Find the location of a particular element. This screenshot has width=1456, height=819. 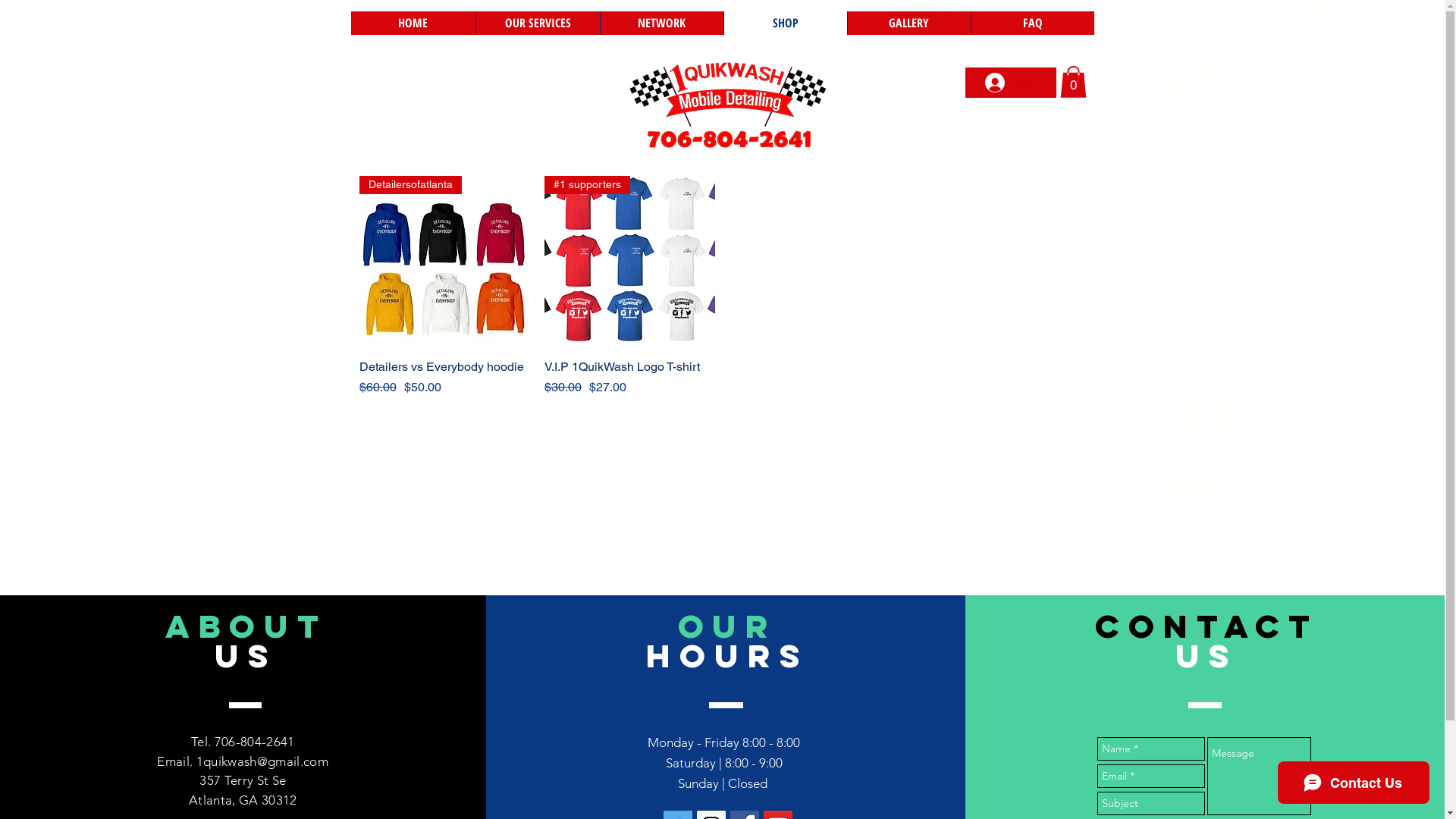

'NETWORK' is located at coordinates (661, 23).